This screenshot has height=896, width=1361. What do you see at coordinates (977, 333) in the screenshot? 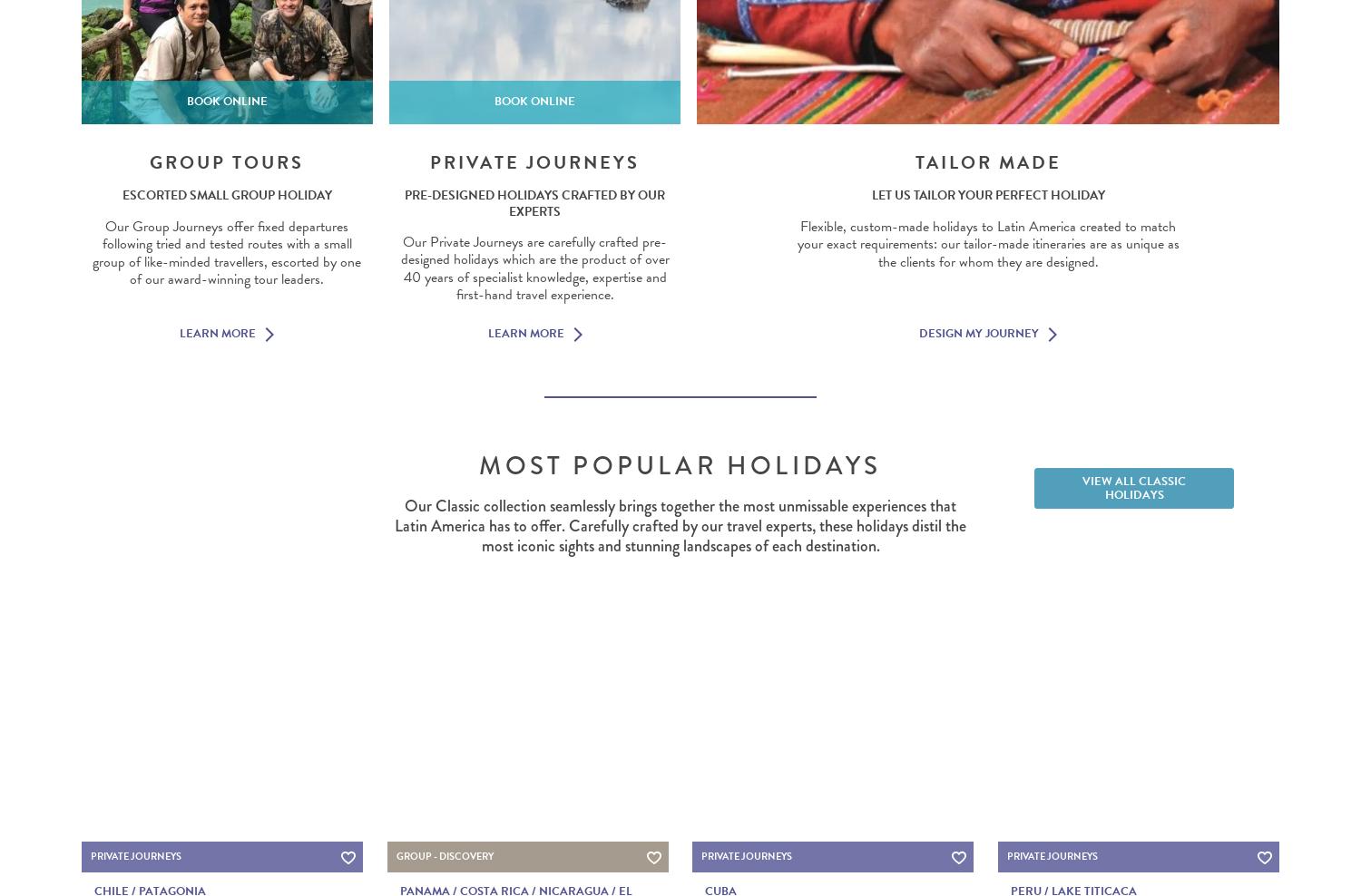
I see `'Design my journey'` at bounding box center [977, 333].